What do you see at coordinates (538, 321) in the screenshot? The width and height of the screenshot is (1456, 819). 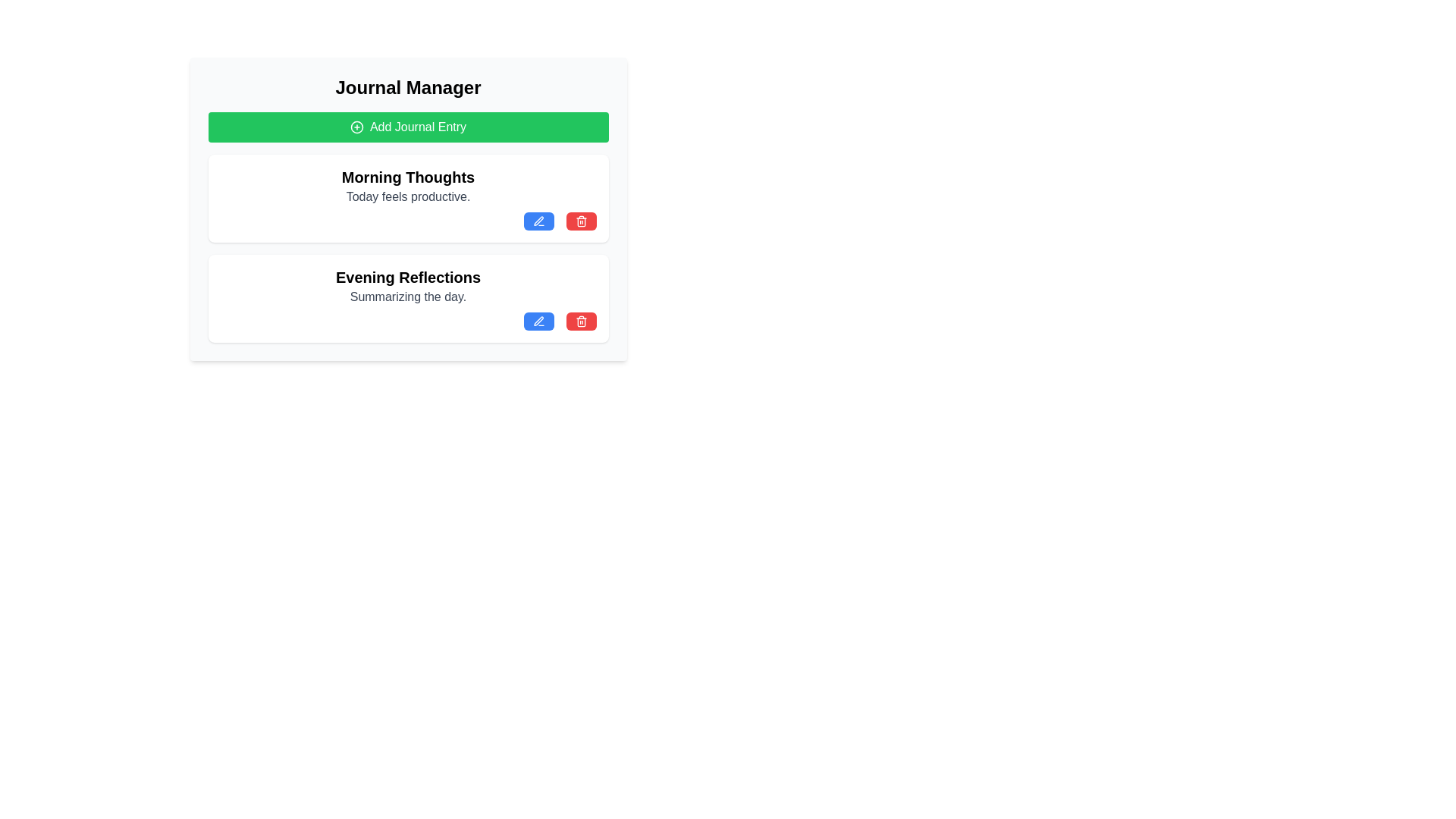 I see `the edit button associated with the 'Evening Reflections' journal entry` at bounding box center [538, 321].